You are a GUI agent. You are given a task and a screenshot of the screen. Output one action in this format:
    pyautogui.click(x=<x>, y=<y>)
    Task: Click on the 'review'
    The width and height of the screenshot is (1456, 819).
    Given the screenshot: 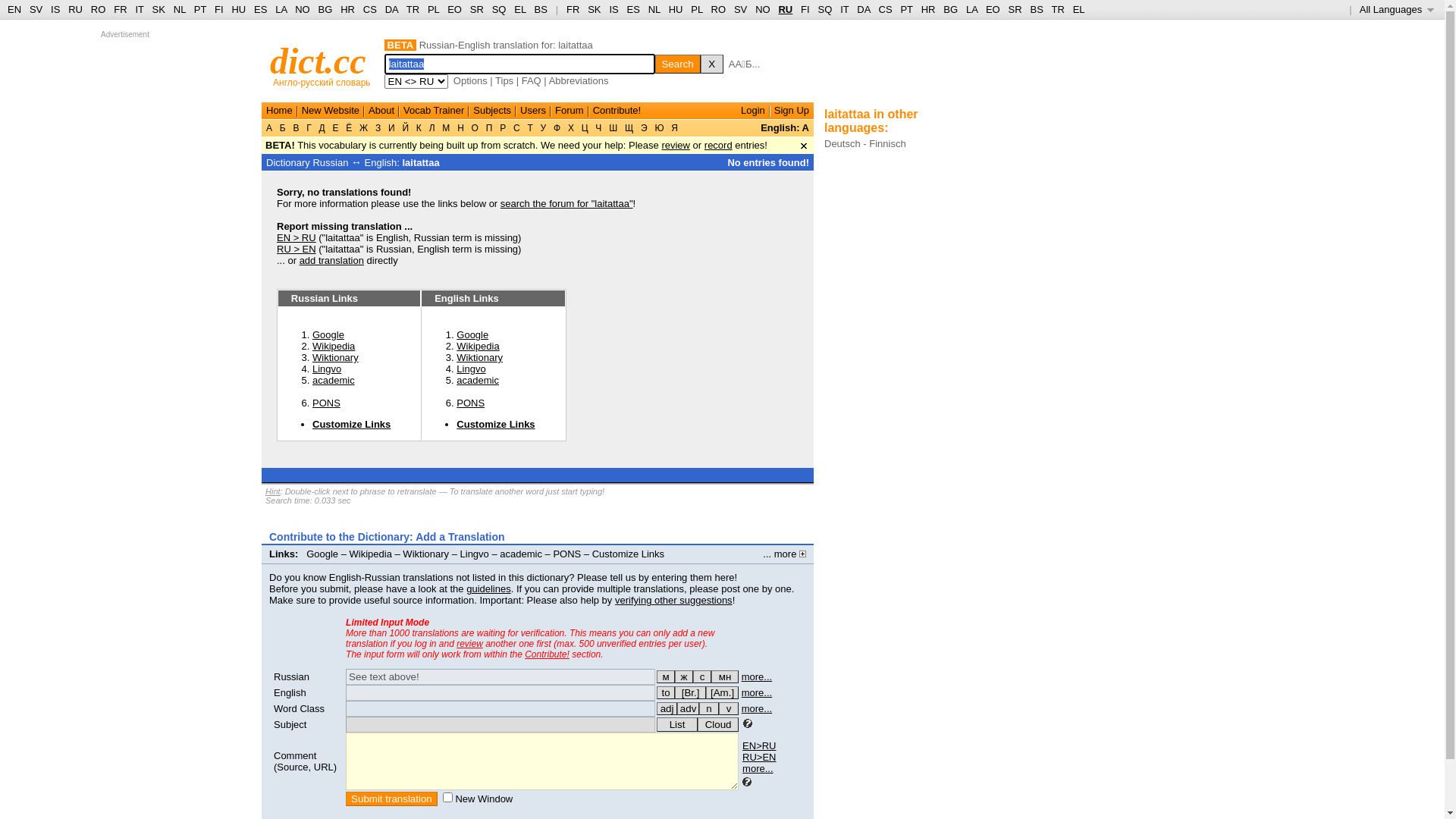 What is the action you would take?
    pyautogui.click(x=675, y=145)
    